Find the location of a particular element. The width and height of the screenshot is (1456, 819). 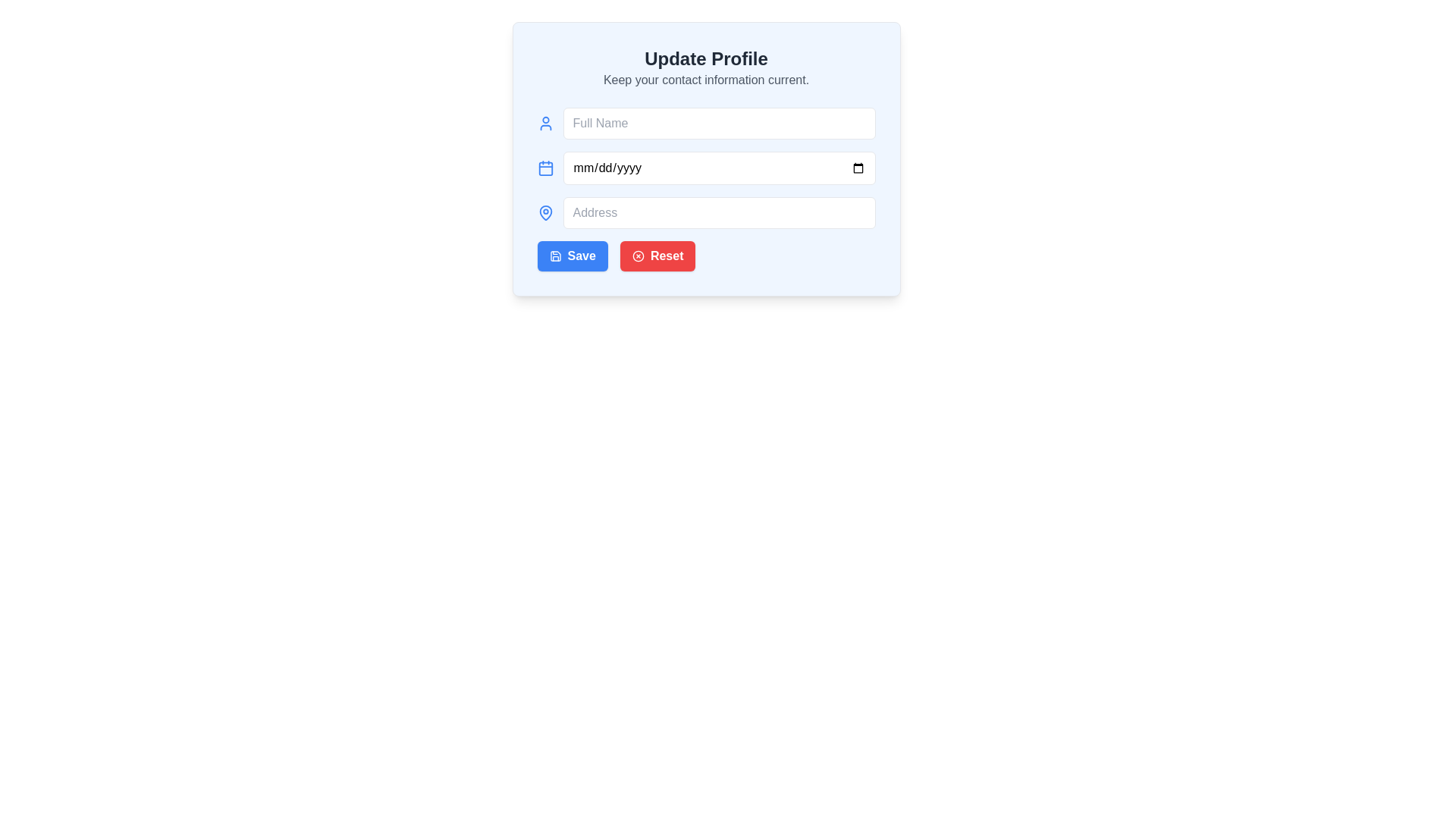

the decorative SVG icon indicating geographical or locational information adjacent to the 'Address' input field for additional info is located at coordinates (545, 213).